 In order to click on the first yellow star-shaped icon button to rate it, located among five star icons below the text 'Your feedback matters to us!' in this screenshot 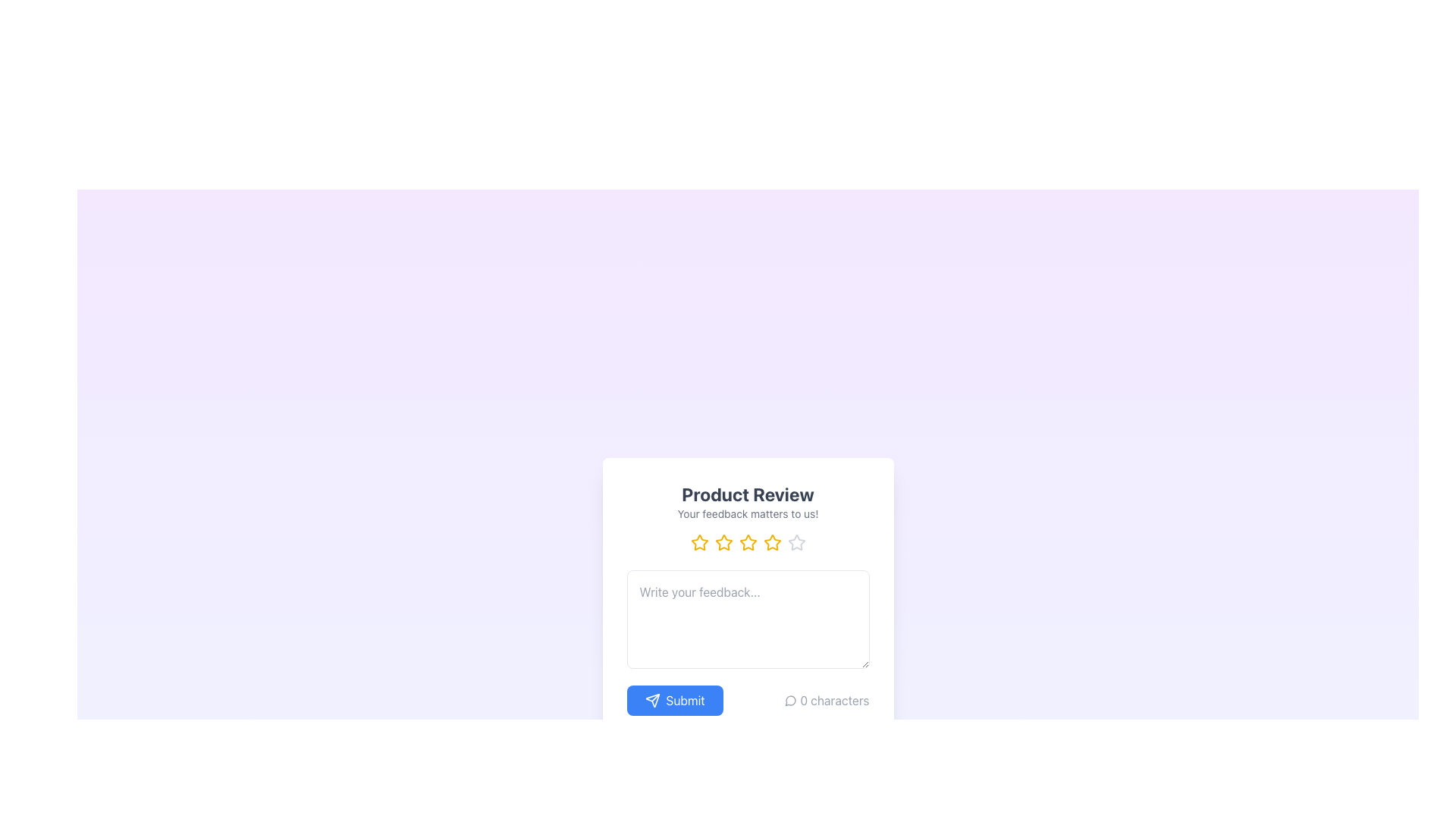, I will do `click(698, 542)`.